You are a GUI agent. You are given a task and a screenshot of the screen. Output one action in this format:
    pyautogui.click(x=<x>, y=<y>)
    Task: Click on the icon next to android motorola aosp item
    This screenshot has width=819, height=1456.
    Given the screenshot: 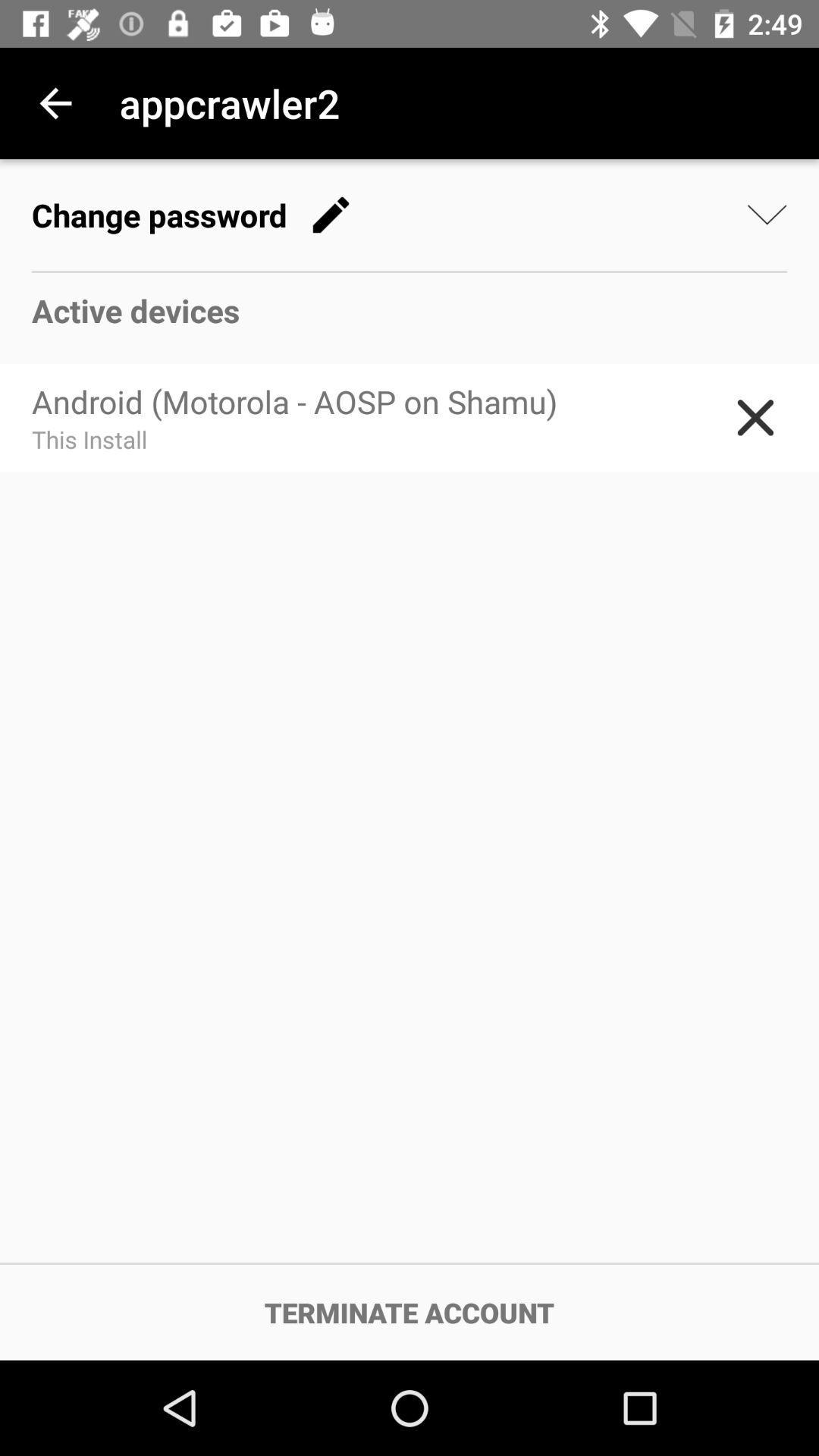 What is the action you would take?
    pyautogui.click(x=755, y=417)
    